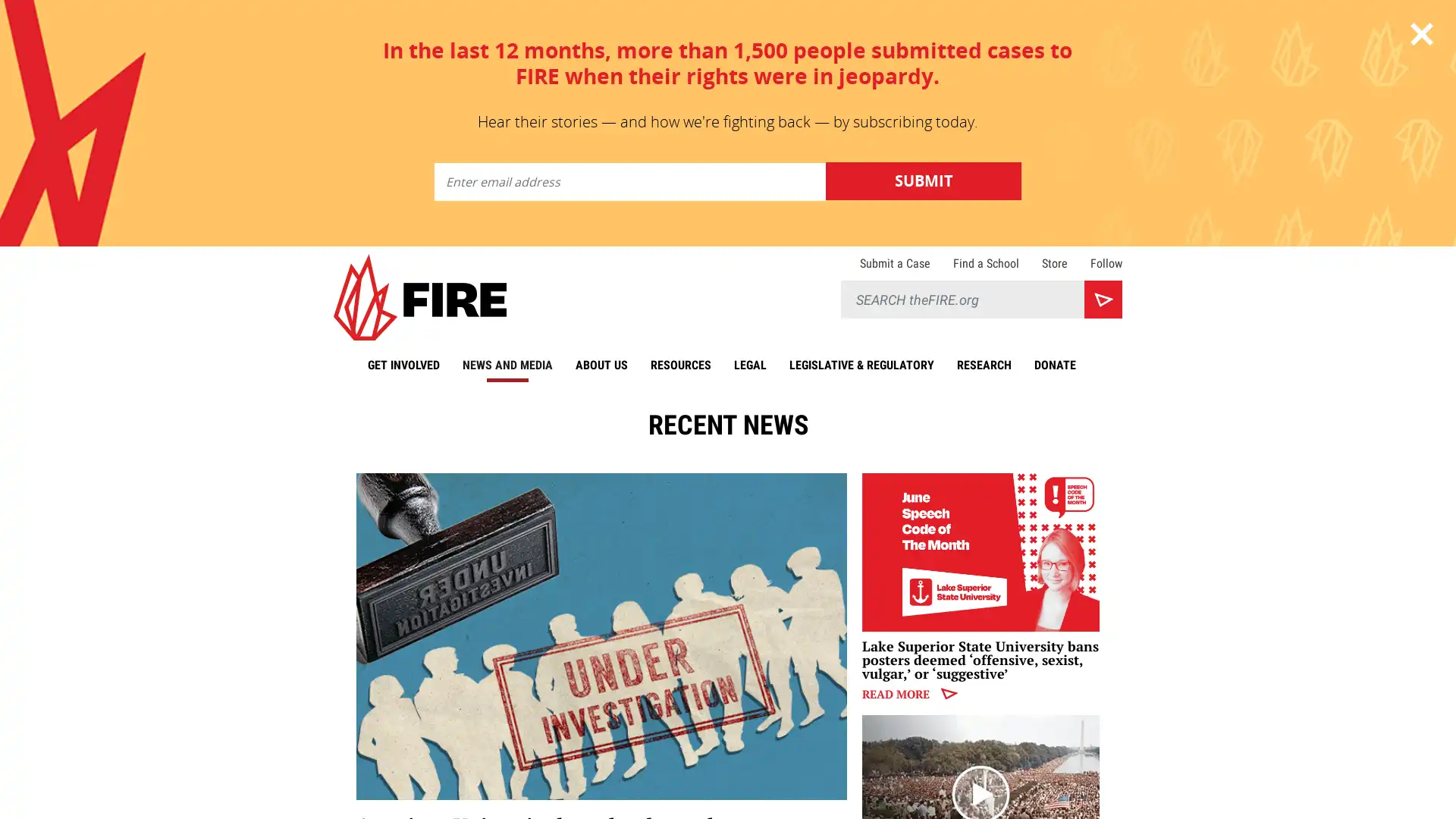 The height and width of the screenshot is (819, 1456). What do you see at coordinates (1103, 299) in the screenshot?
I see `Search` at bounding box center [1103, 299].